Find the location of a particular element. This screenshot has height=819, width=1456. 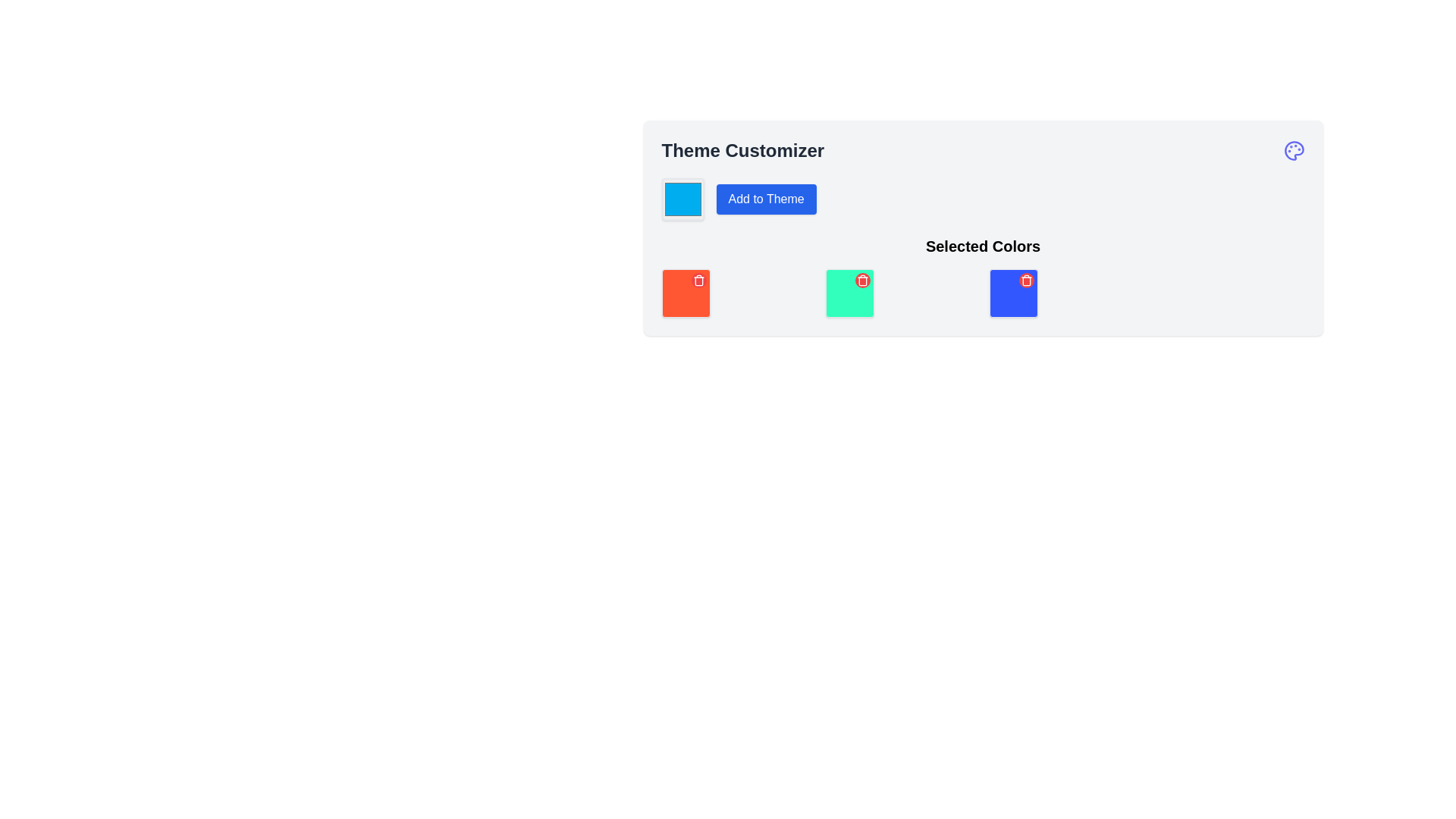

the red circular button with a white trash can icon located at the top-right corner of the blue square is located at coordinates (1026, 281).